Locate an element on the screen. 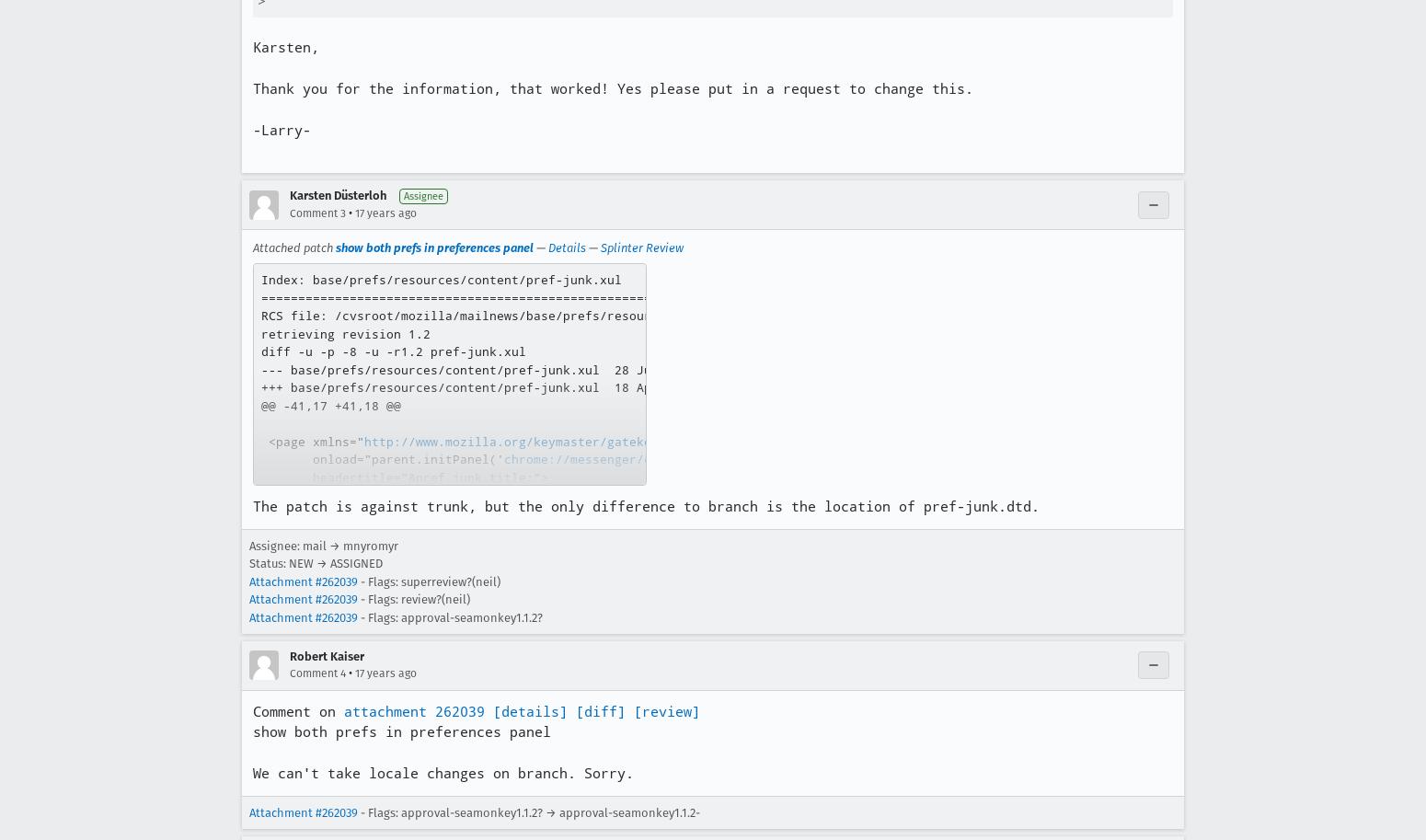 This screenshot has width=1426, height=840. '+++ base/prefs/resources/content/pref-junk.xul	18 Apr 2007 21:47:13 -0000' is located at coordinates (534, 387).